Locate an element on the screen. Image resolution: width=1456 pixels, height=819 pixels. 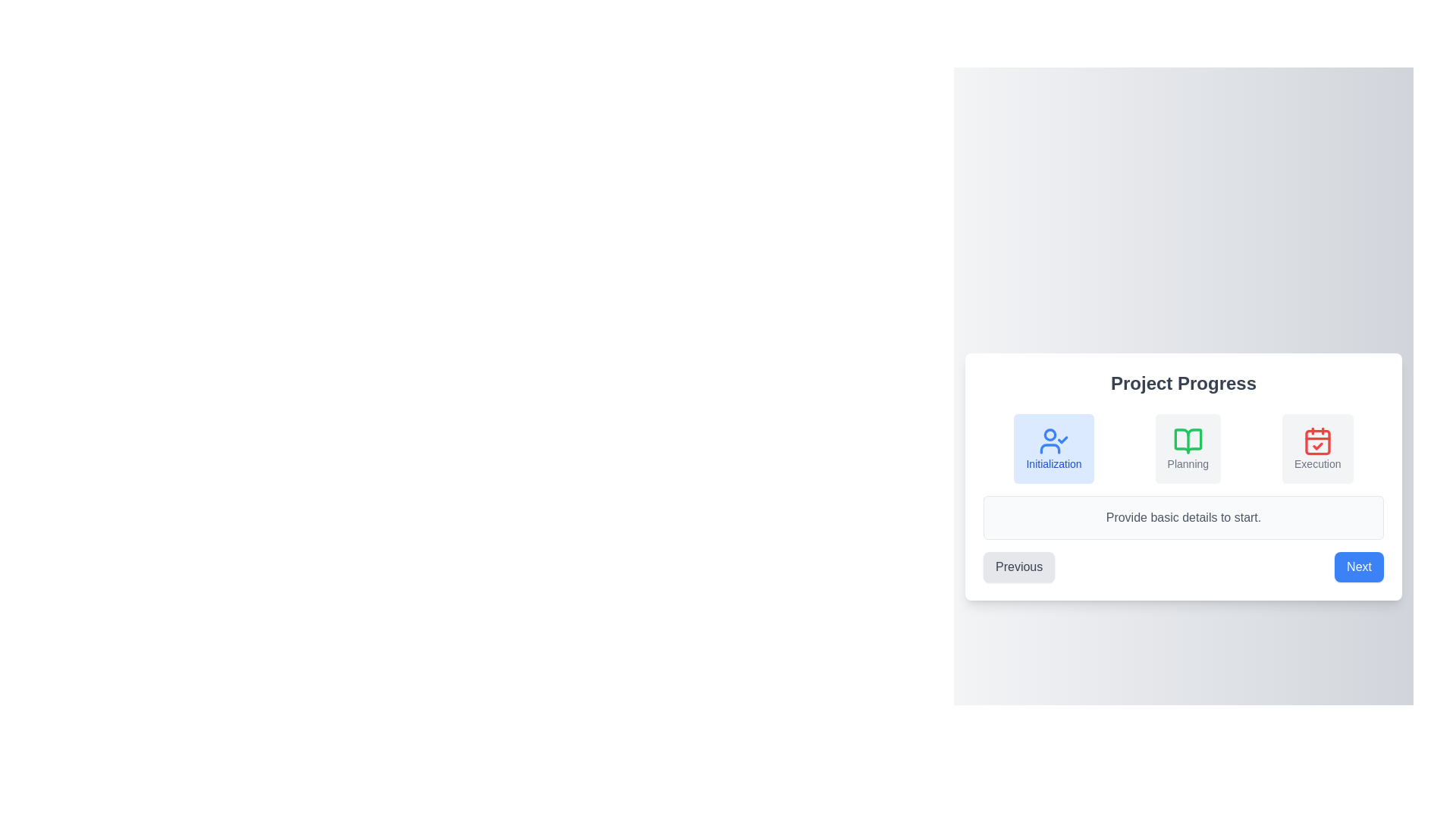
the step Execution in the step progress indicator is located at coordinates (1316, 447).